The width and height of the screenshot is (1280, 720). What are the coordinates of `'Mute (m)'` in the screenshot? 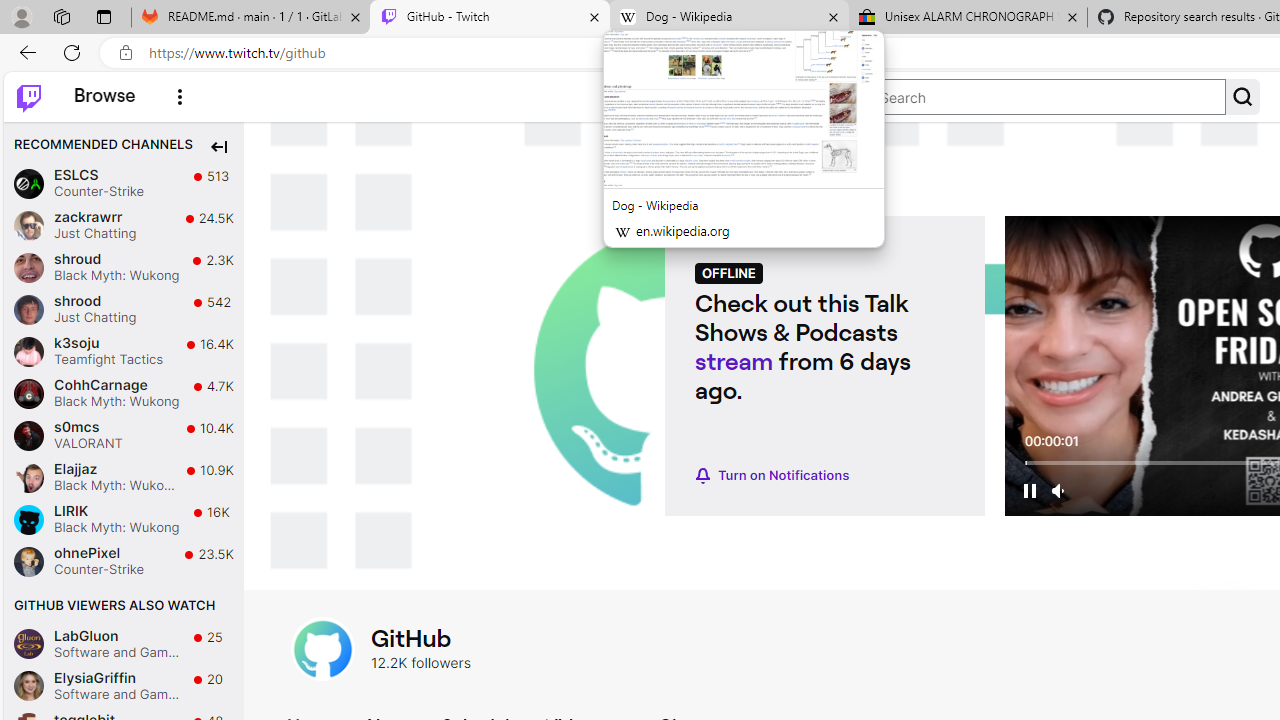 It's located at (1058, 490).